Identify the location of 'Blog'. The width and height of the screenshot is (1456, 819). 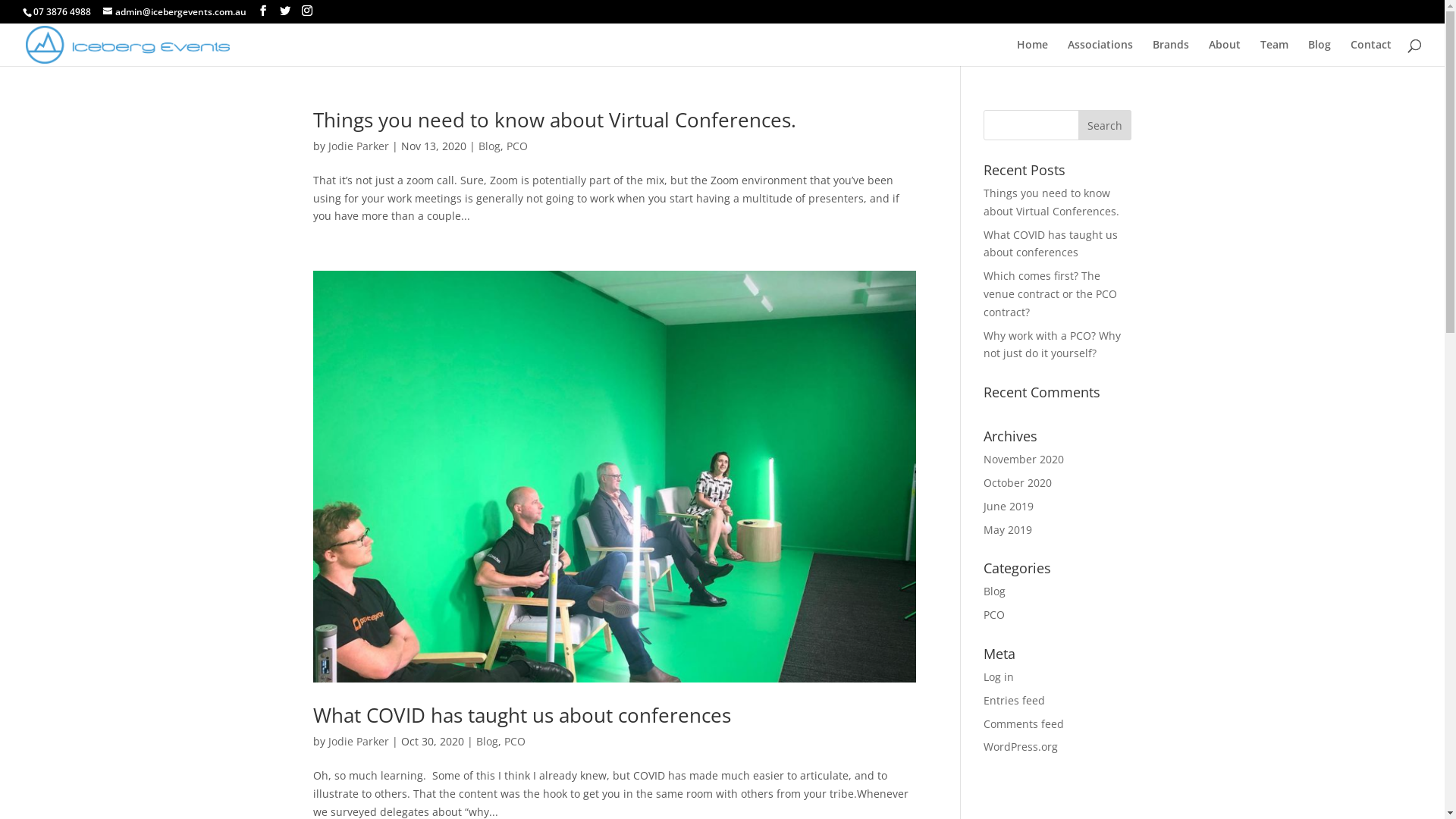
(994, 590).